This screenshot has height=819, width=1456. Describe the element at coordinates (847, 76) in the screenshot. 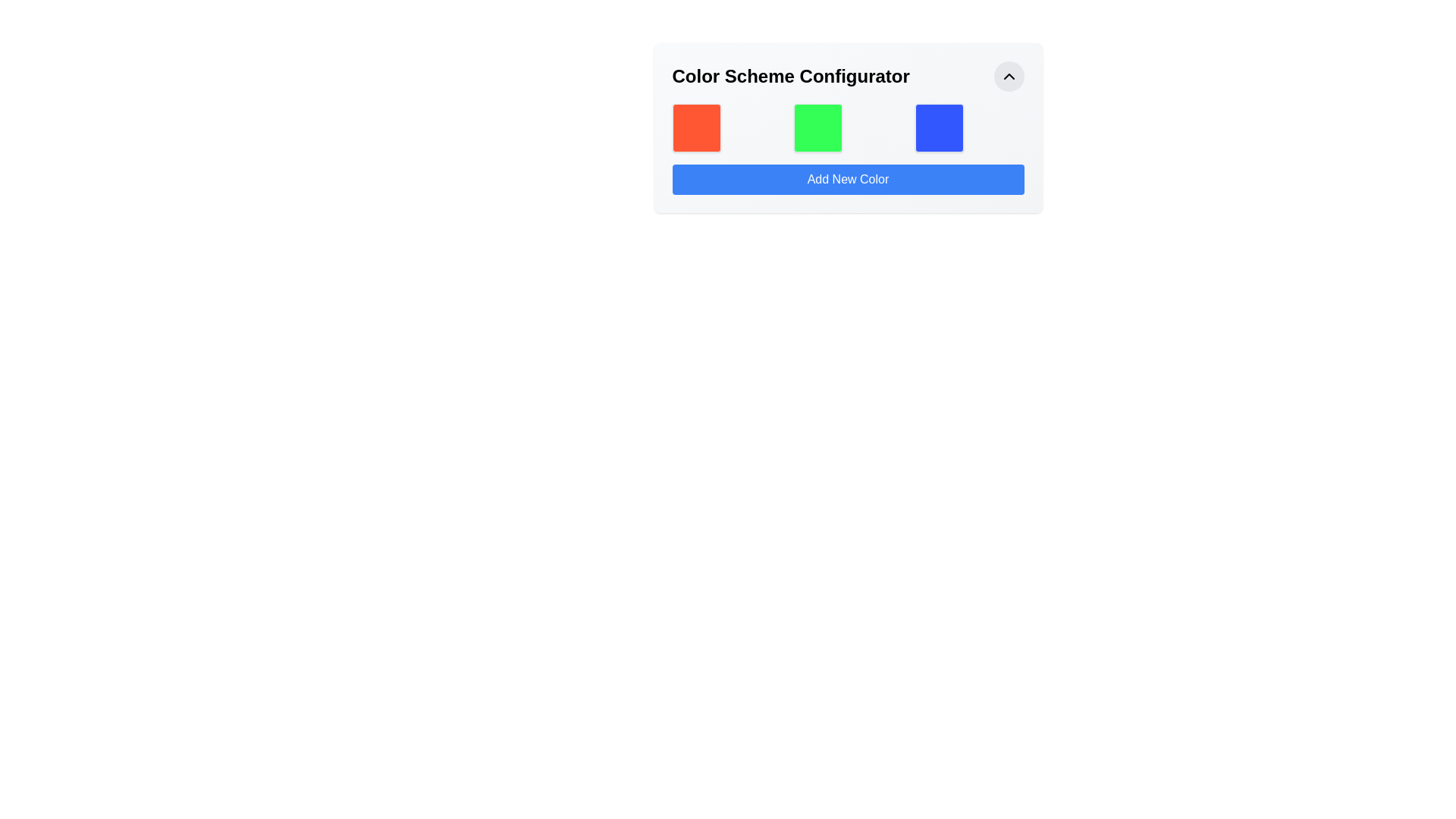

I see `text from the header element that indicates the purpose of the interface, which includes an interactive button for collapsing or expanding the section` at that location.